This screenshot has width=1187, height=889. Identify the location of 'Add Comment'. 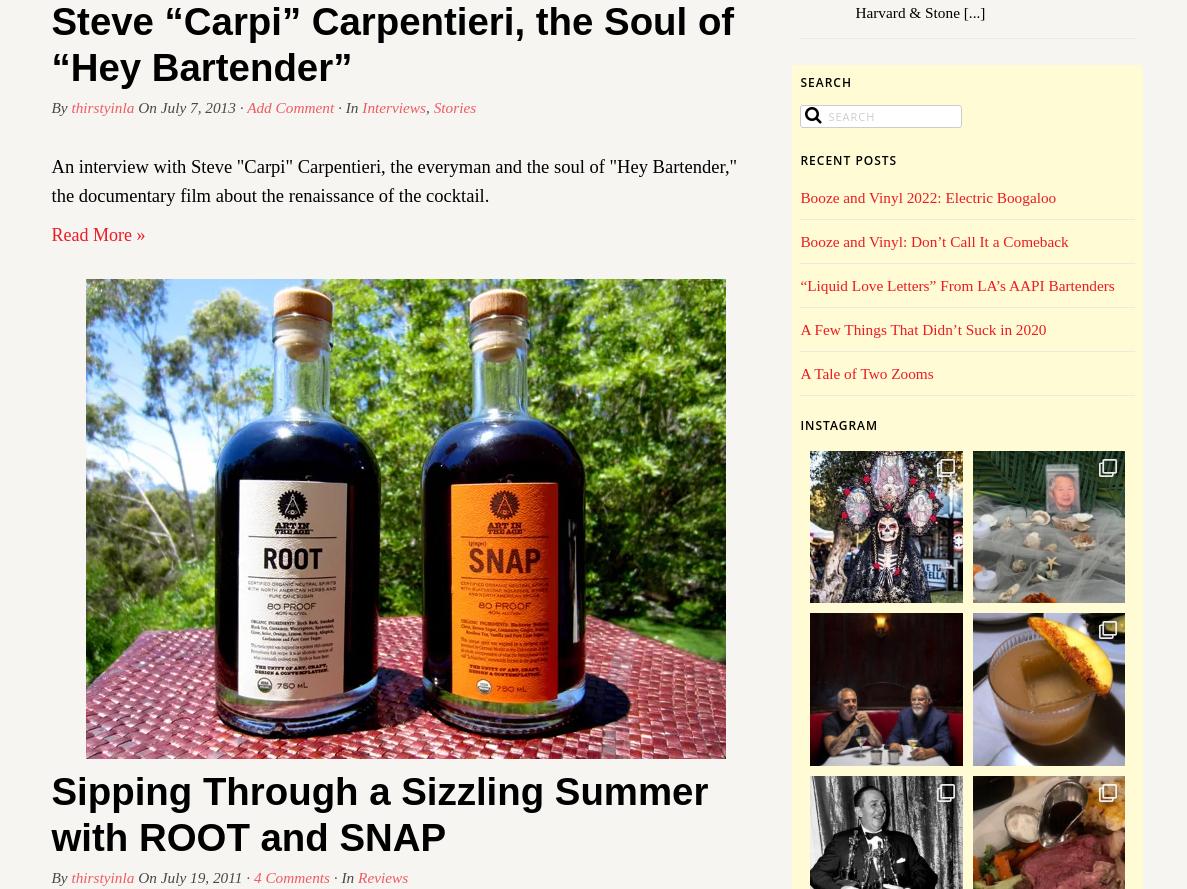
(246, 106).